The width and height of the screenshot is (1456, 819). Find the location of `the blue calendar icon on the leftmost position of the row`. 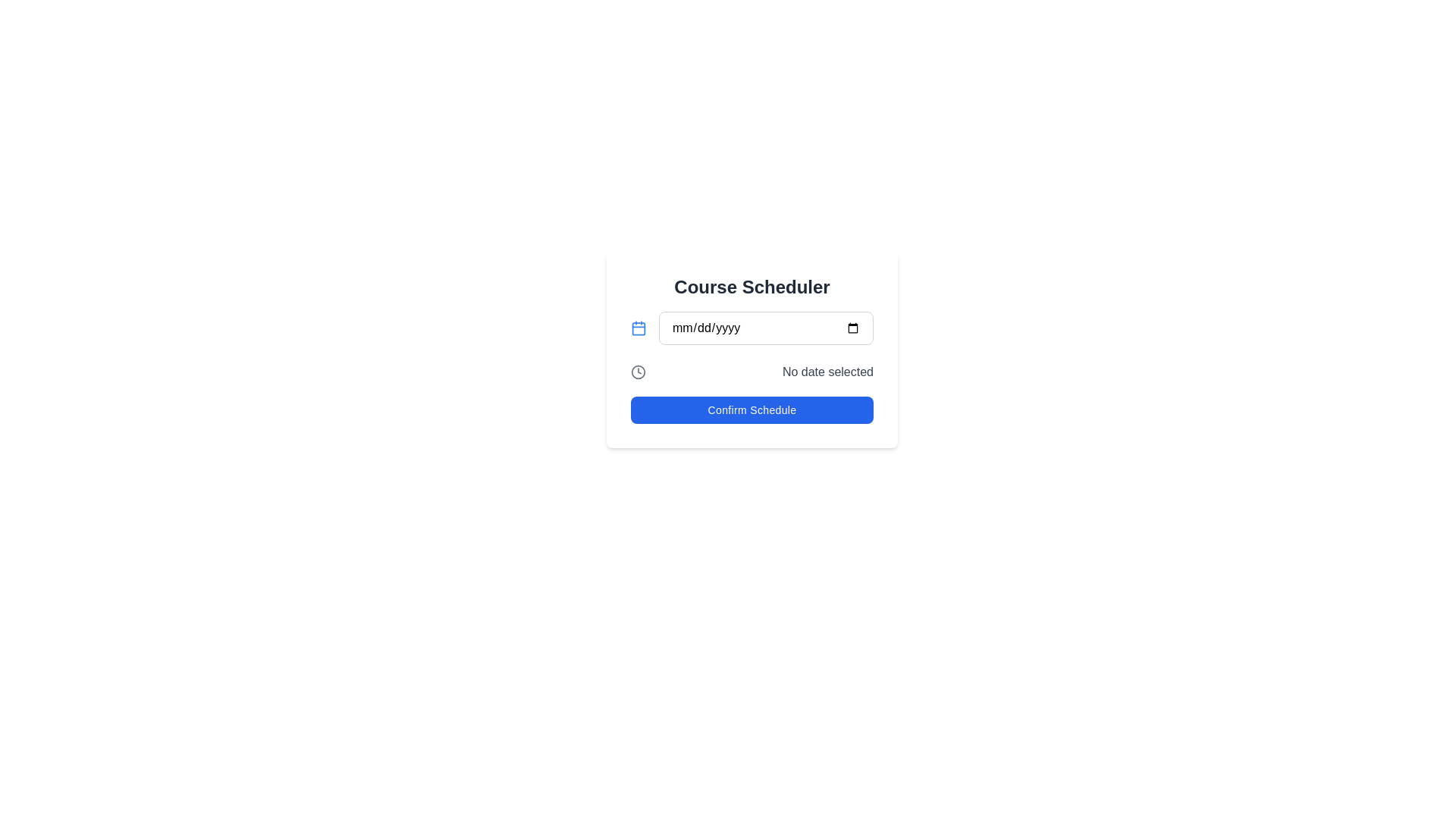

the blue calendar icon on the leftmost position of the row is located at coordinates (639, 327).